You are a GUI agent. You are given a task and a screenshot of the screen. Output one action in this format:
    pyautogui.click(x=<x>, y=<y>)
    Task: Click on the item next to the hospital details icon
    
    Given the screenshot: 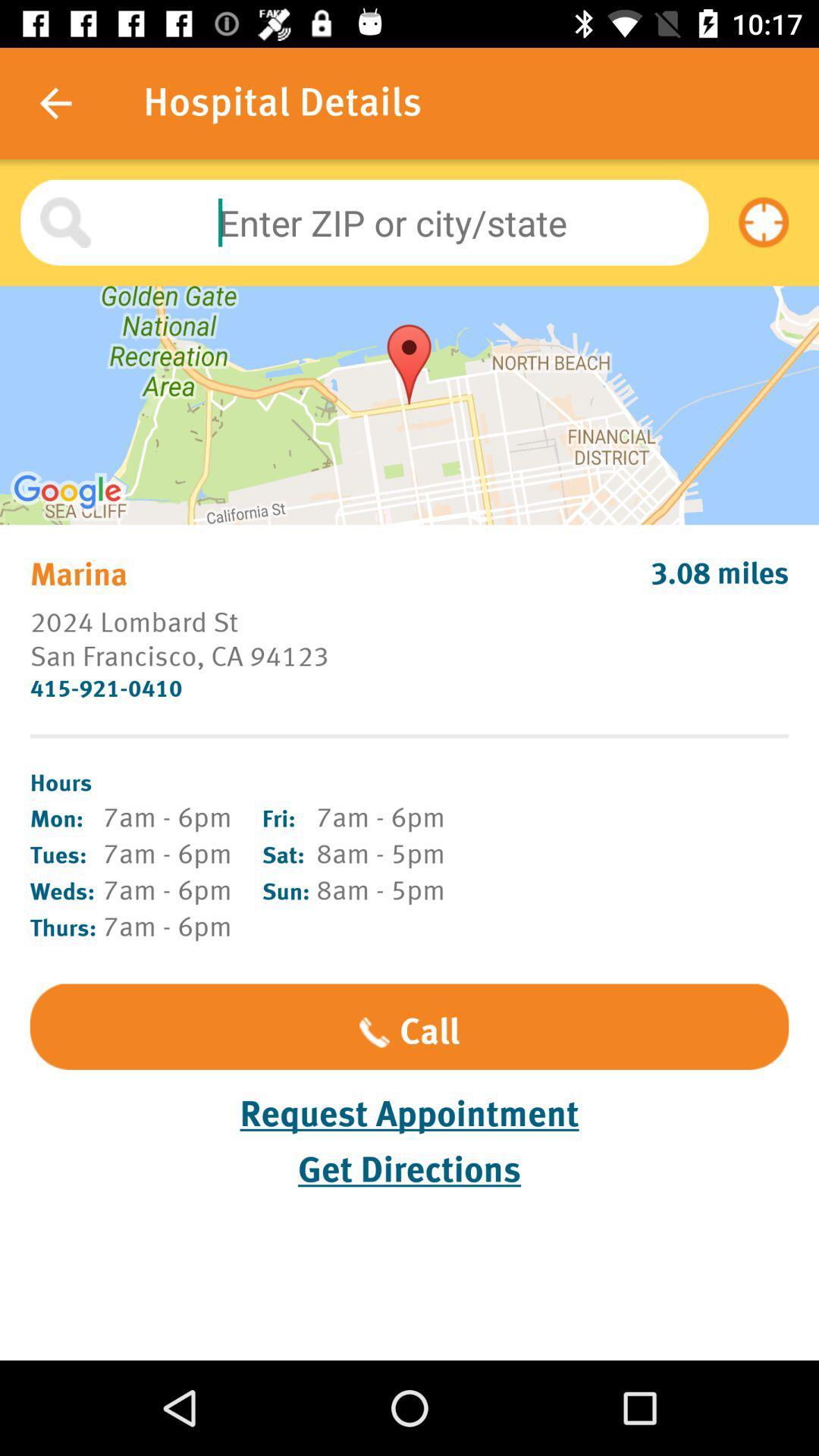 What is the action you would take?
    pyautogui.click(x=55, y=102)
    